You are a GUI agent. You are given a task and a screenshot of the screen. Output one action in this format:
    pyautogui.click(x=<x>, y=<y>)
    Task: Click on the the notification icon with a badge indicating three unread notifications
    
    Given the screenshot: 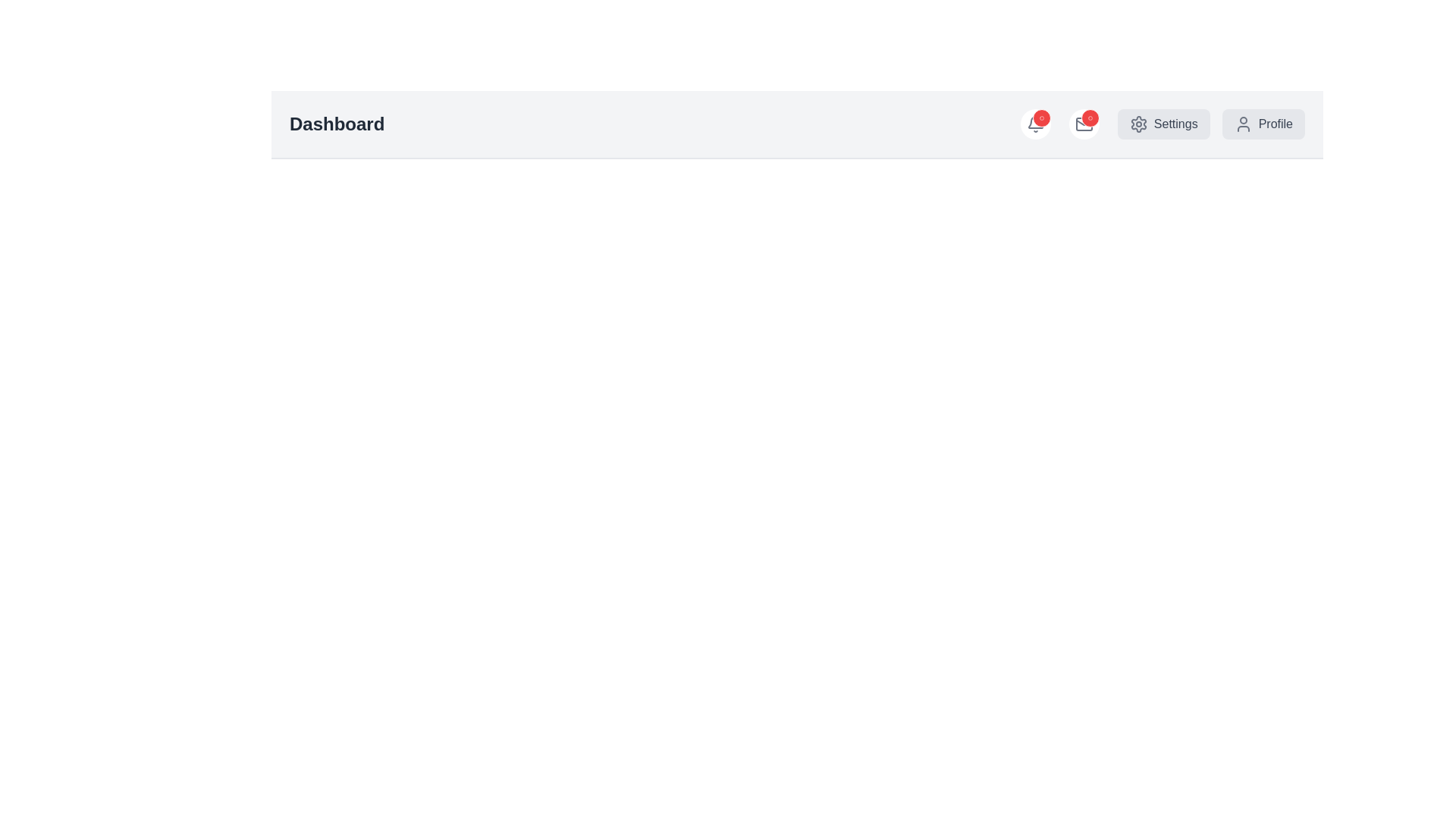 What is the action you would take?
    pyautogui.click(x=1034, y=124)
    